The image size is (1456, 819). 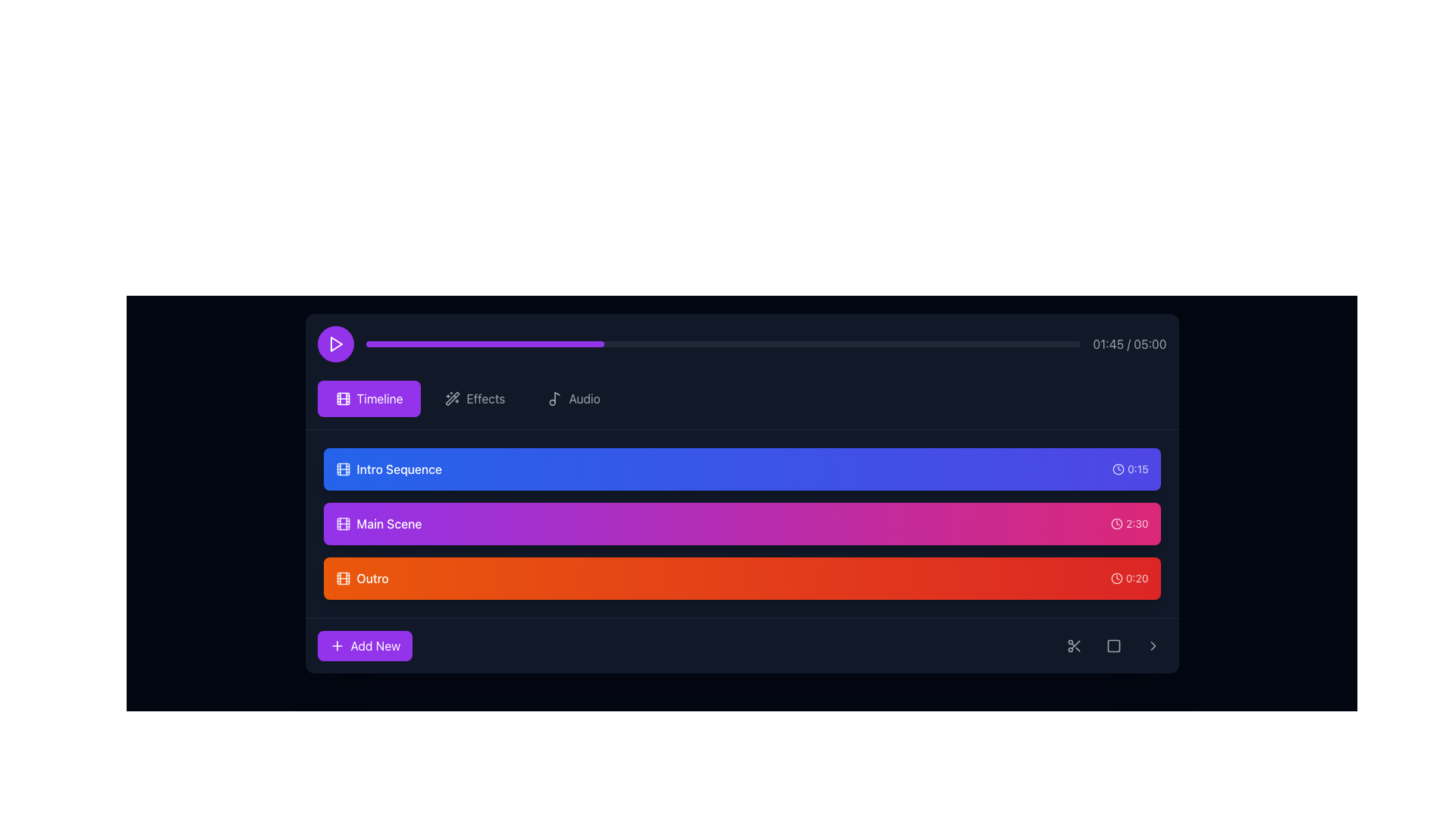 What do you see at coordinates (342, 468) in the screenshot?
I see `the 'Intro Sequence' icon, which serves as a visual representation for the entry associated with film or video content, located at the beginning of the list of scenes` at bounding box center [342, 468].